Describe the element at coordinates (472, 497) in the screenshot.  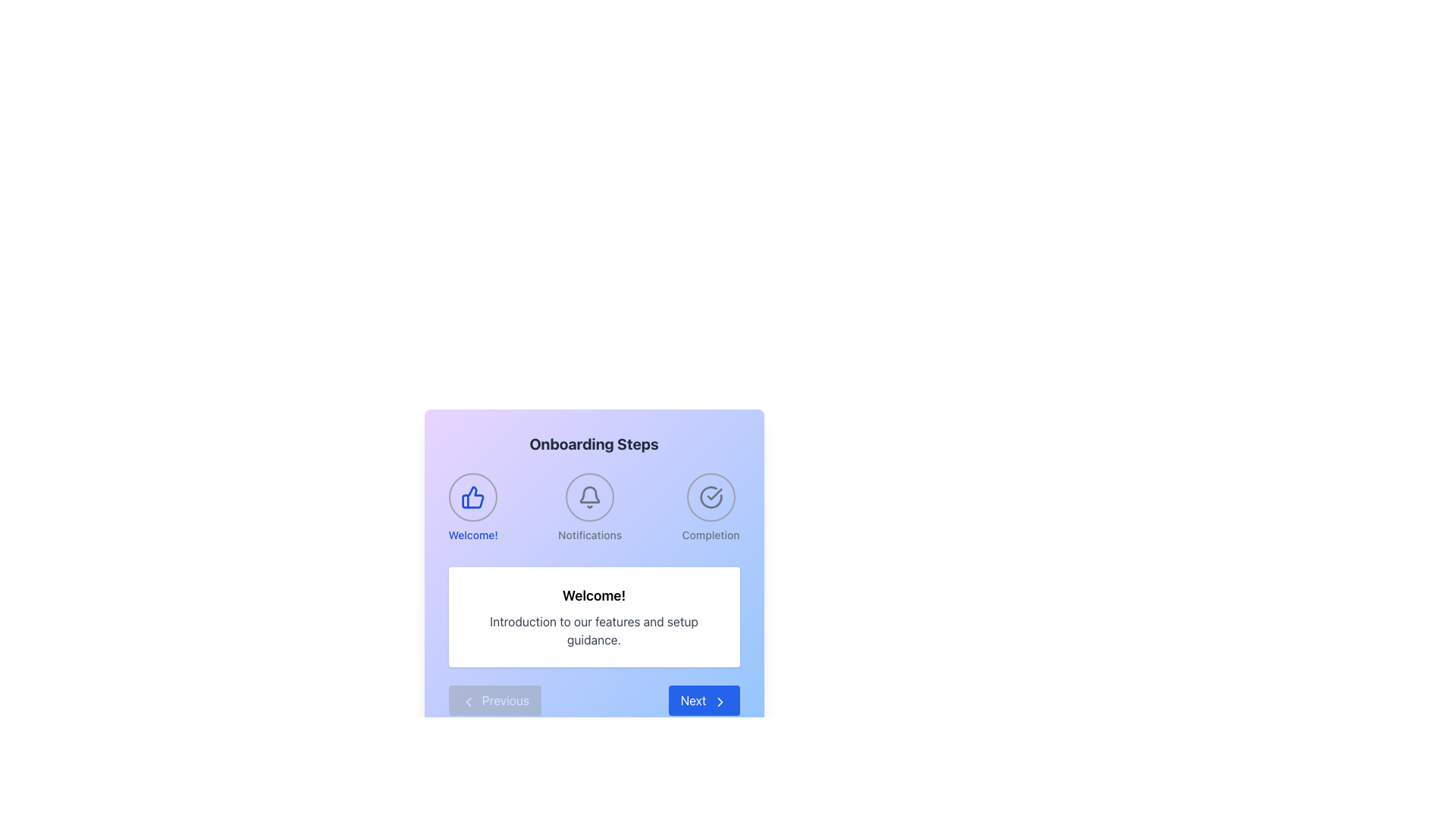
I see `the leftmost circular icon in the 'Onboarding Steps' section` at that location.